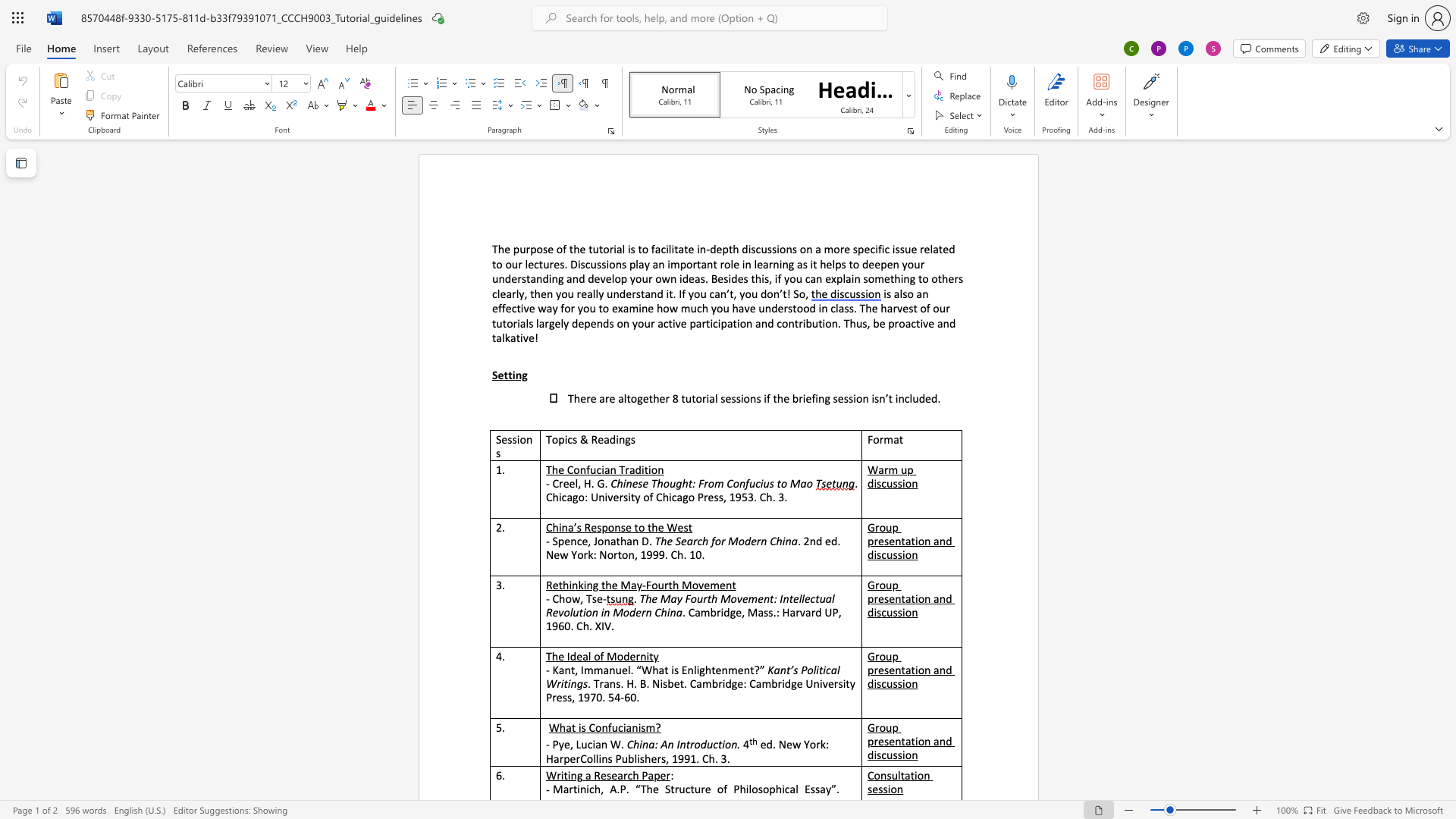 This screenshot has height=819, width=1456. I want to click on the space between the continuous character "c" and "t" in the text, so click(667, 322).